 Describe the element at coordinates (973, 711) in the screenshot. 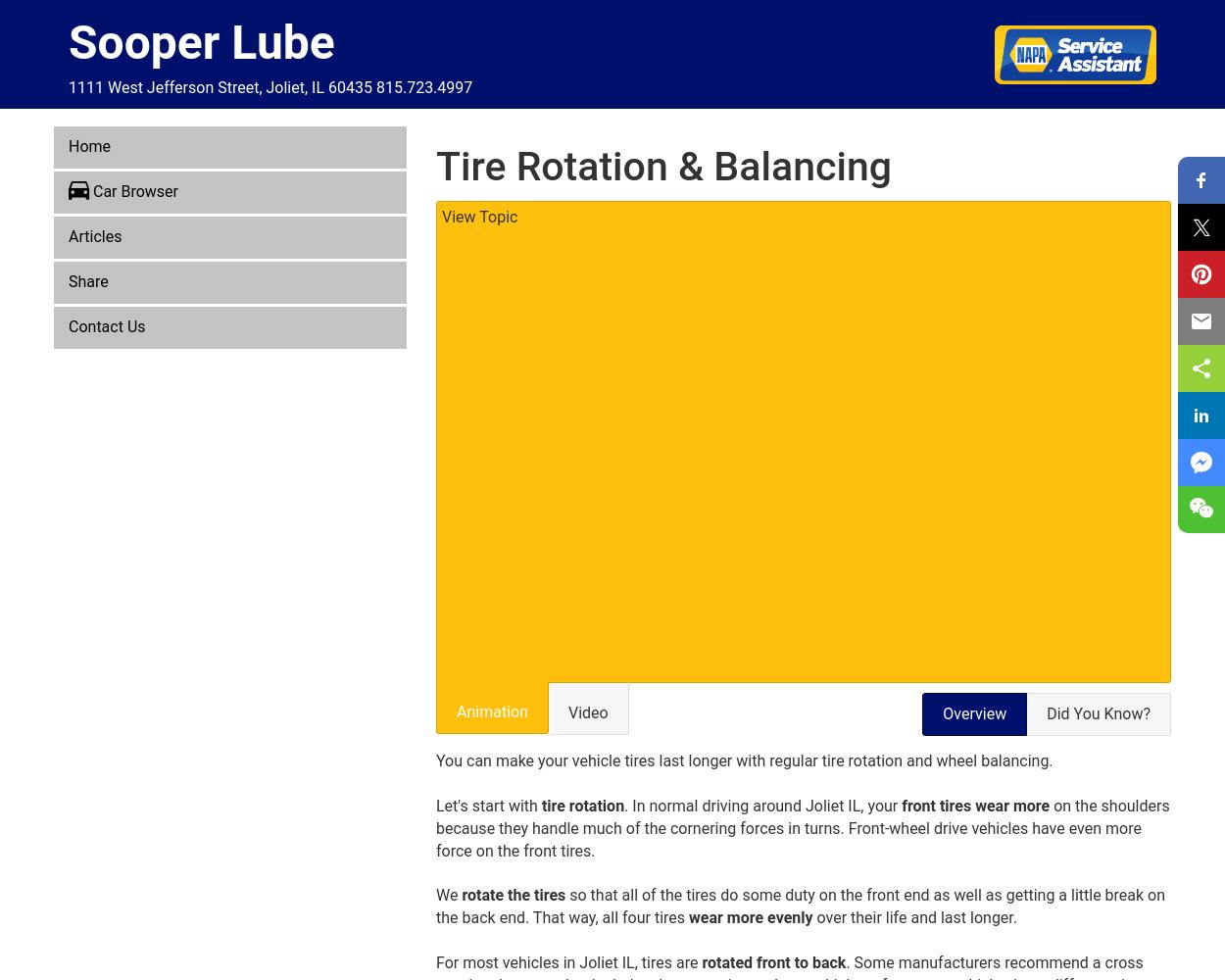

I see `'Overview'` at that location.